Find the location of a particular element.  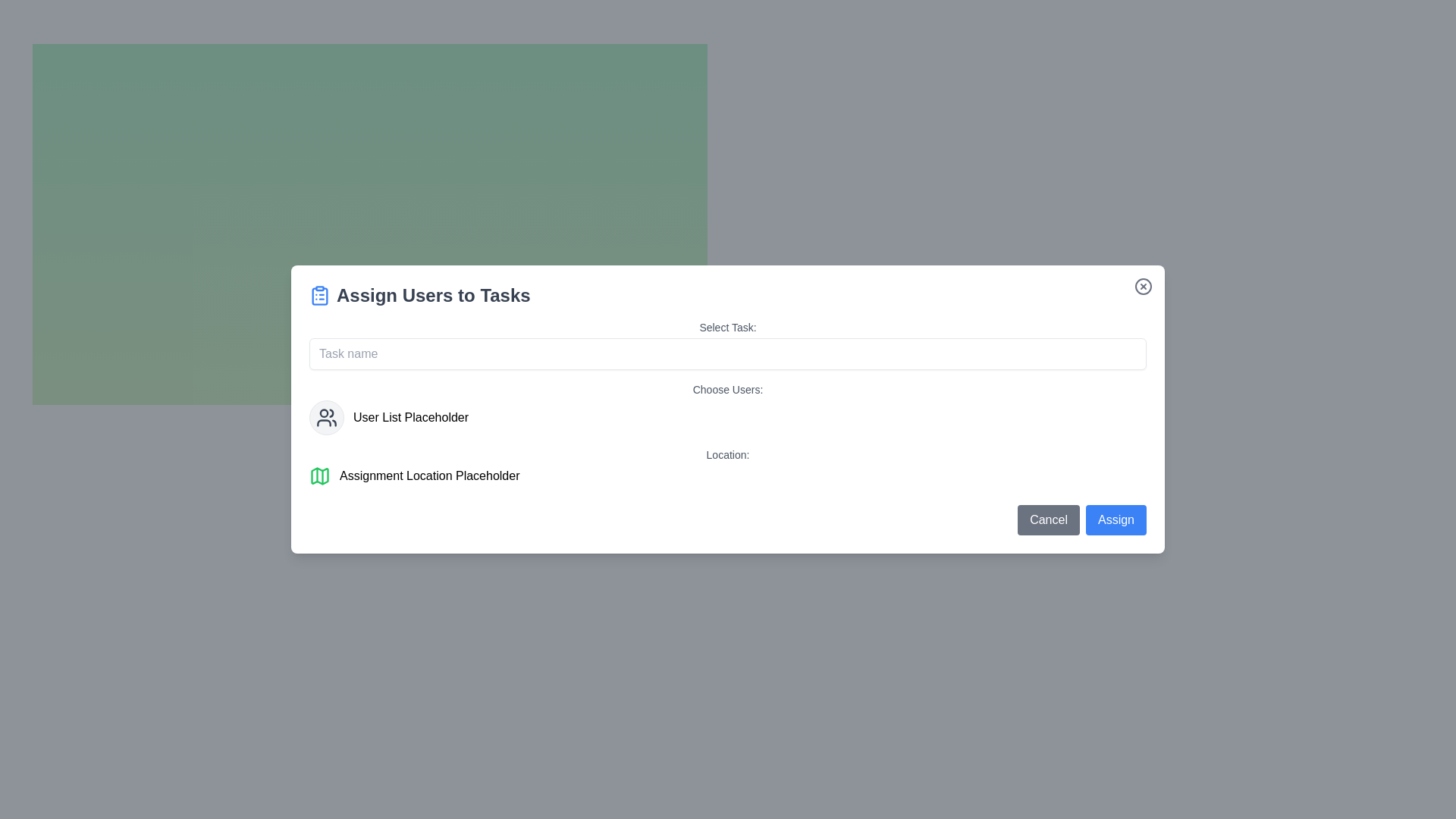

the cancel button located at the bottom-right corner of the modal window is located at coordinates (1047, 519).